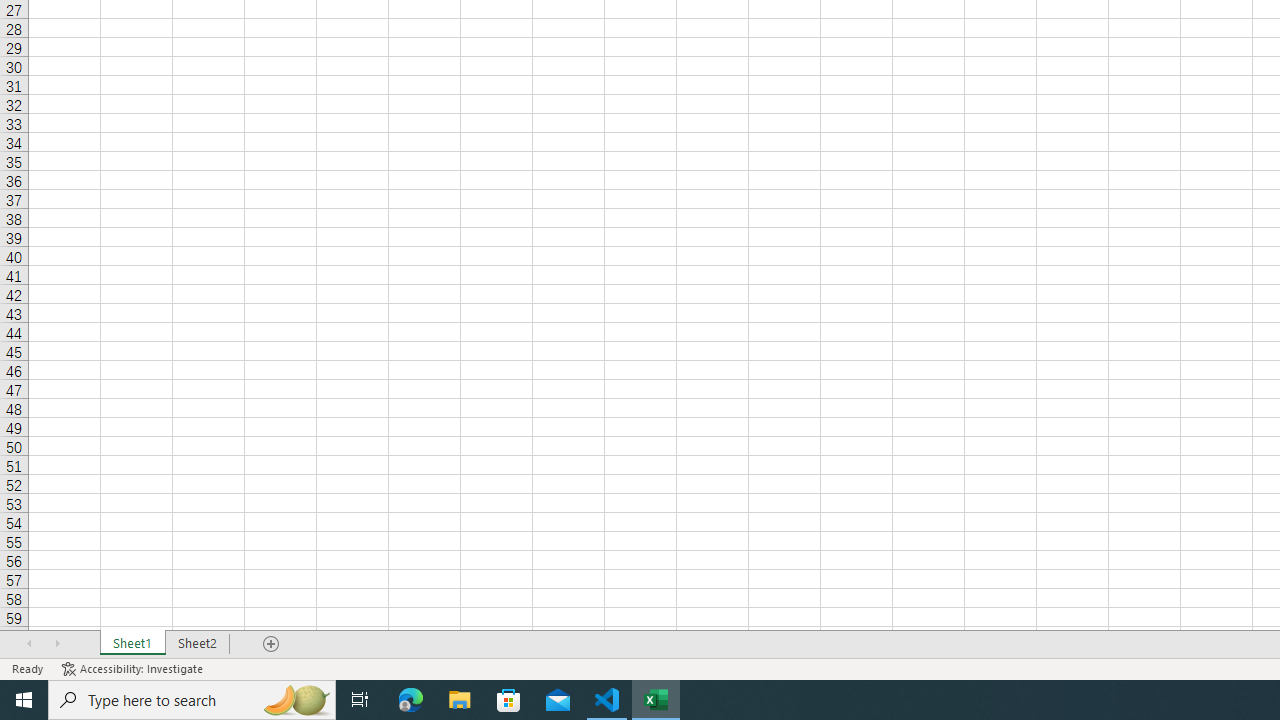 The image size is (1280, 720). Describe the element at coordinates (197, 644) in the screenshot. I see `'Sheet2'` at that location.